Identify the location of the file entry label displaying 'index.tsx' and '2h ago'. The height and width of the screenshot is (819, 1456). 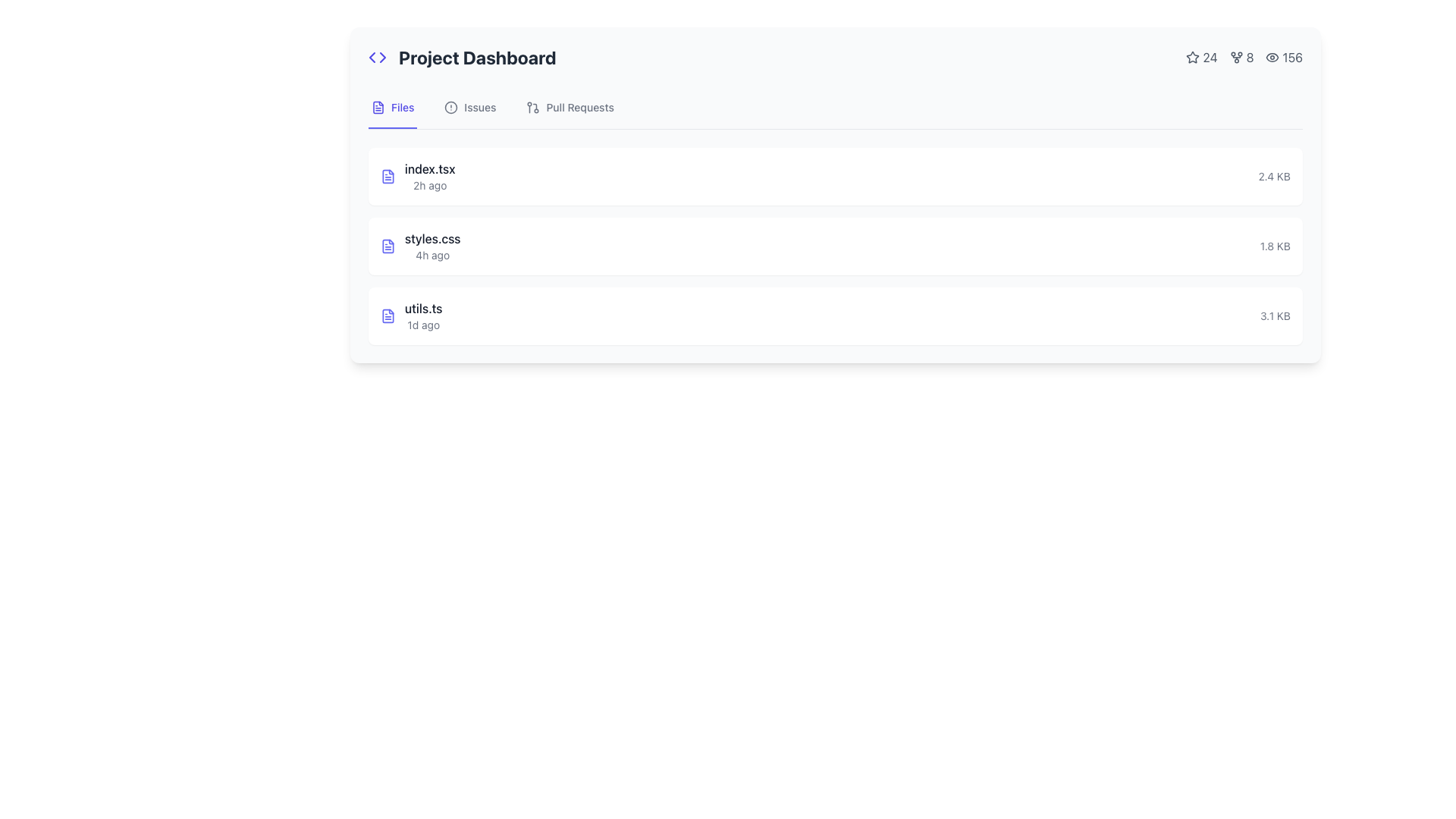
(429, 175).